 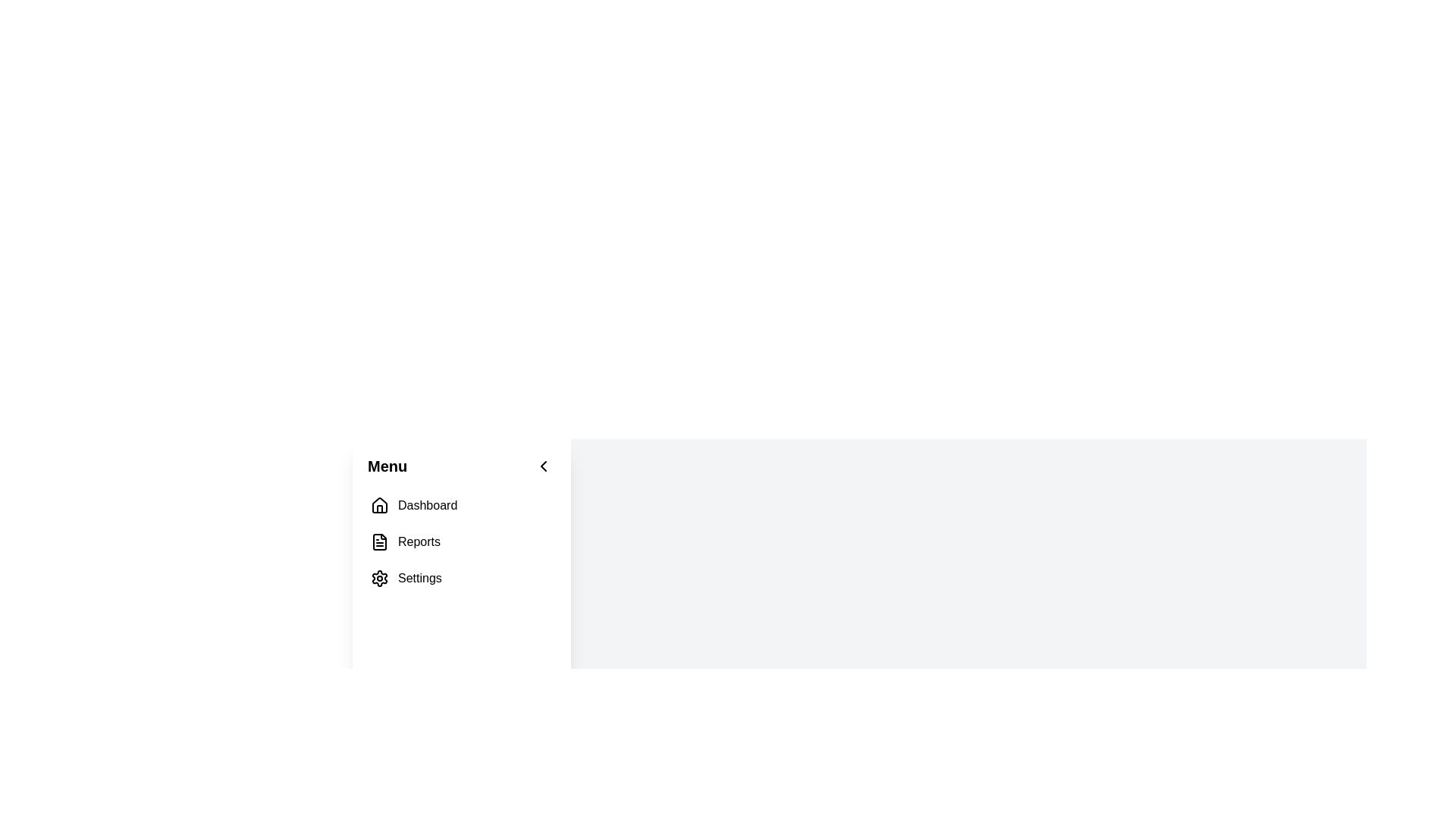 I want to click on the 'Settings' menu icon, so click(x=379, y=579).